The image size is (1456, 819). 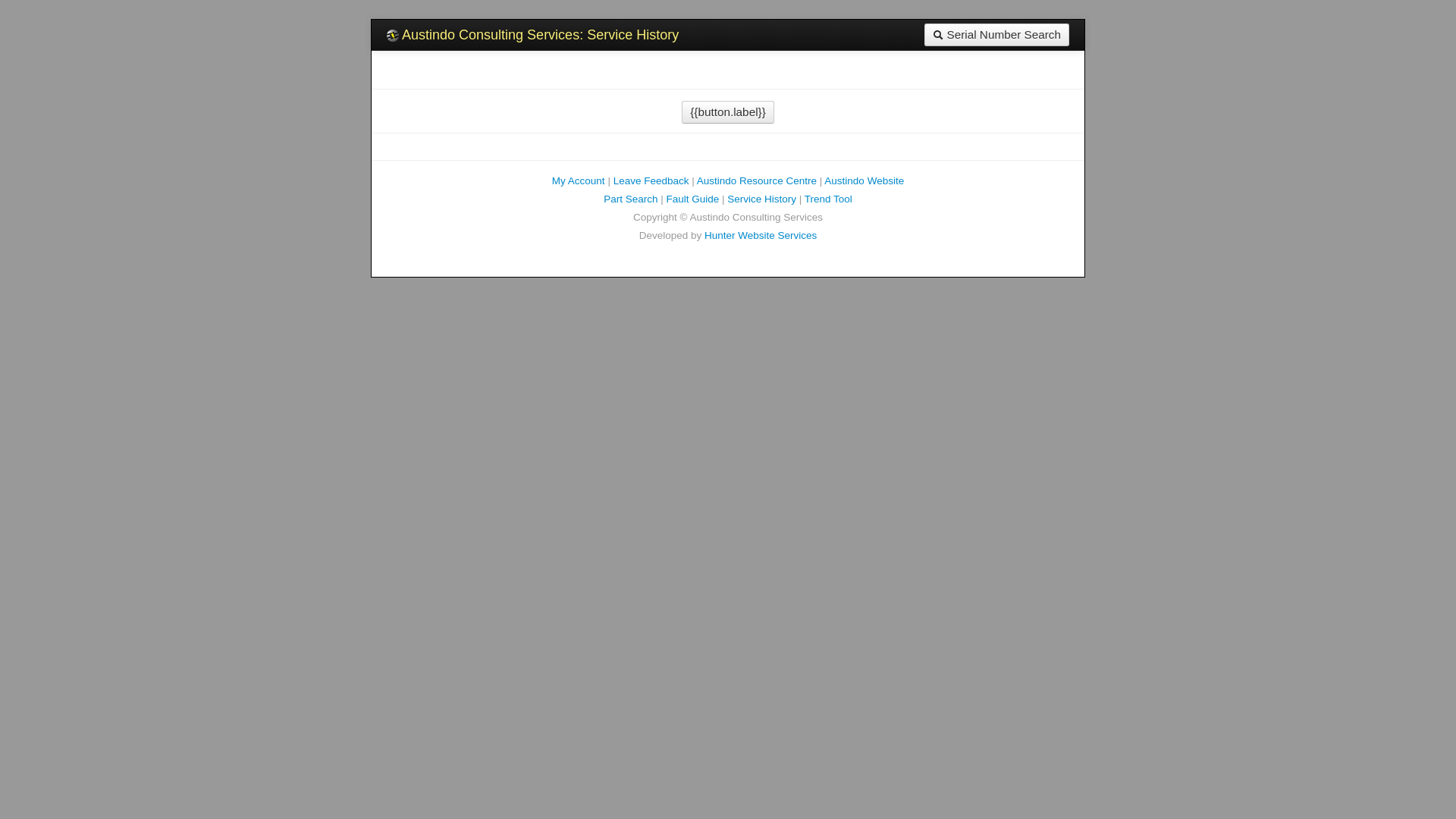 I want to click on 'Part Search', so click(x=603, y=198).